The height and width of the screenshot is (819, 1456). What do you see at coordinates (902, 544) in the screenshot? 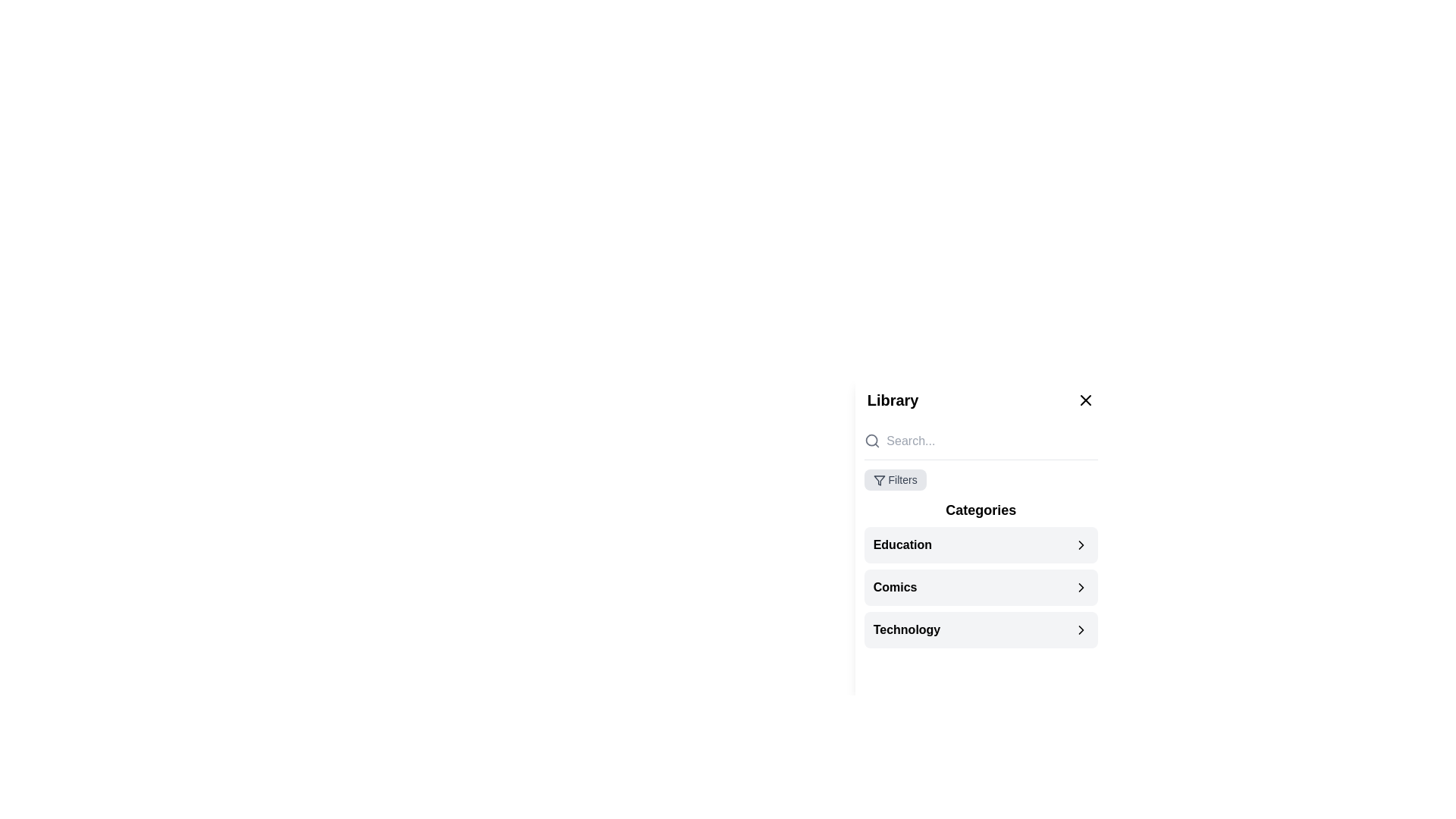
I see `the clickable category name 'Education', which is positioned at the beginning of the categories list, followed by a right arrow icon` at bounding box center [902, 544].